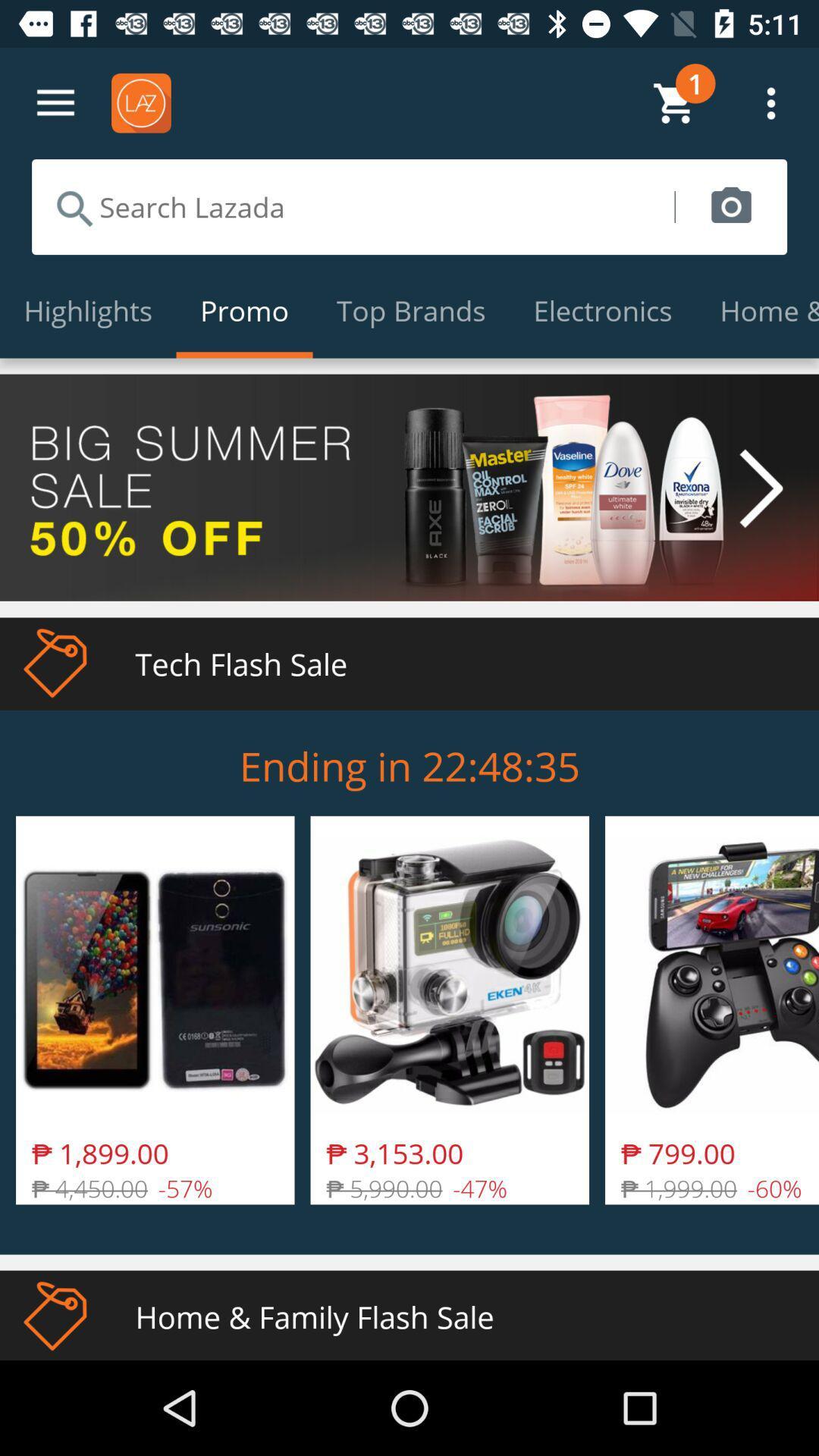 This screenshot has width=819, height=1456. Describe the element at coordinates (353, 206) in the screenshot. I see `search keywords` at that location.